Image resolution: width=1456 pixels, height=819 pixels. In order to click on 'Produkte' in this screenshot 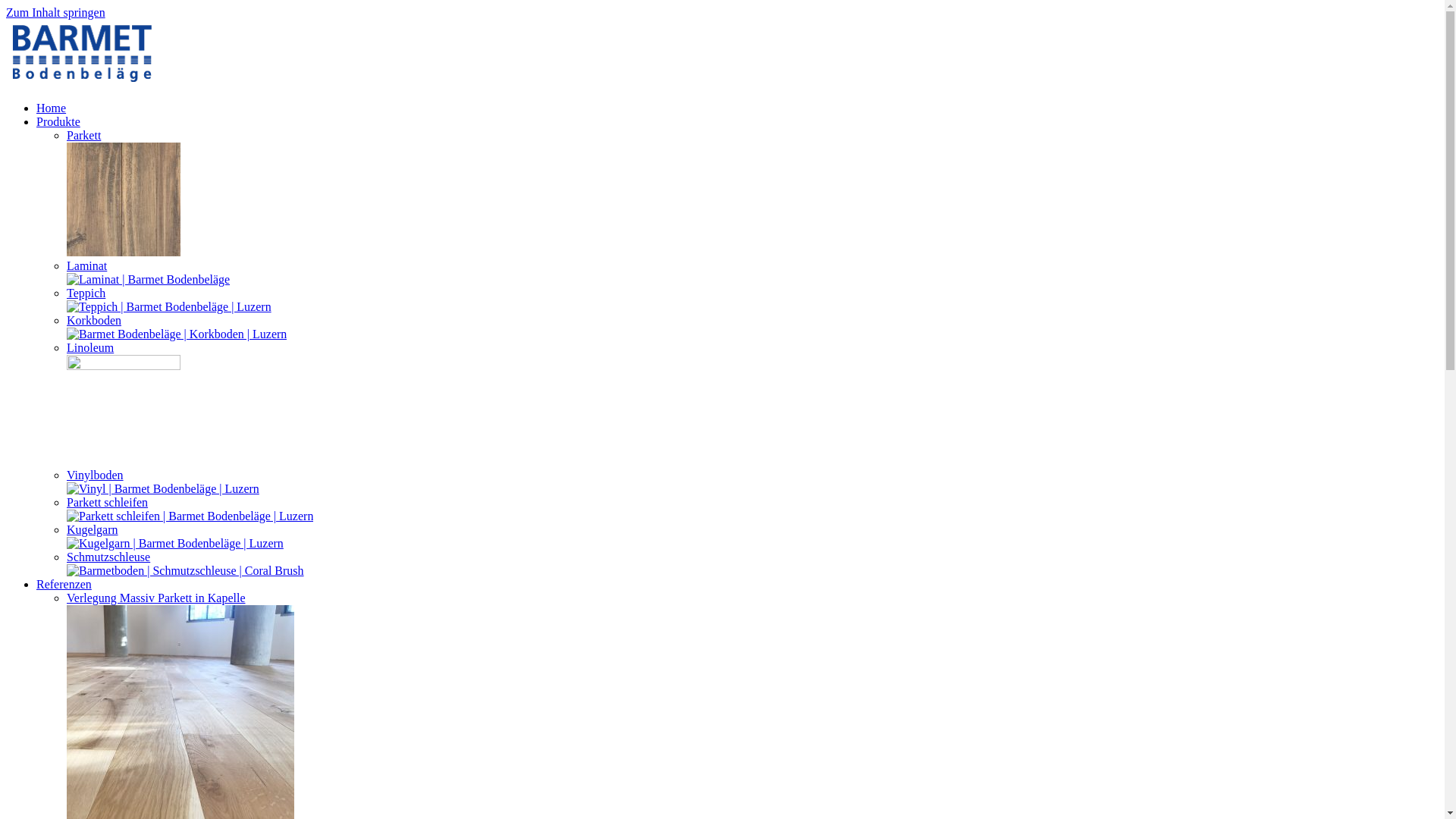, I will do `click(58, 121)`.